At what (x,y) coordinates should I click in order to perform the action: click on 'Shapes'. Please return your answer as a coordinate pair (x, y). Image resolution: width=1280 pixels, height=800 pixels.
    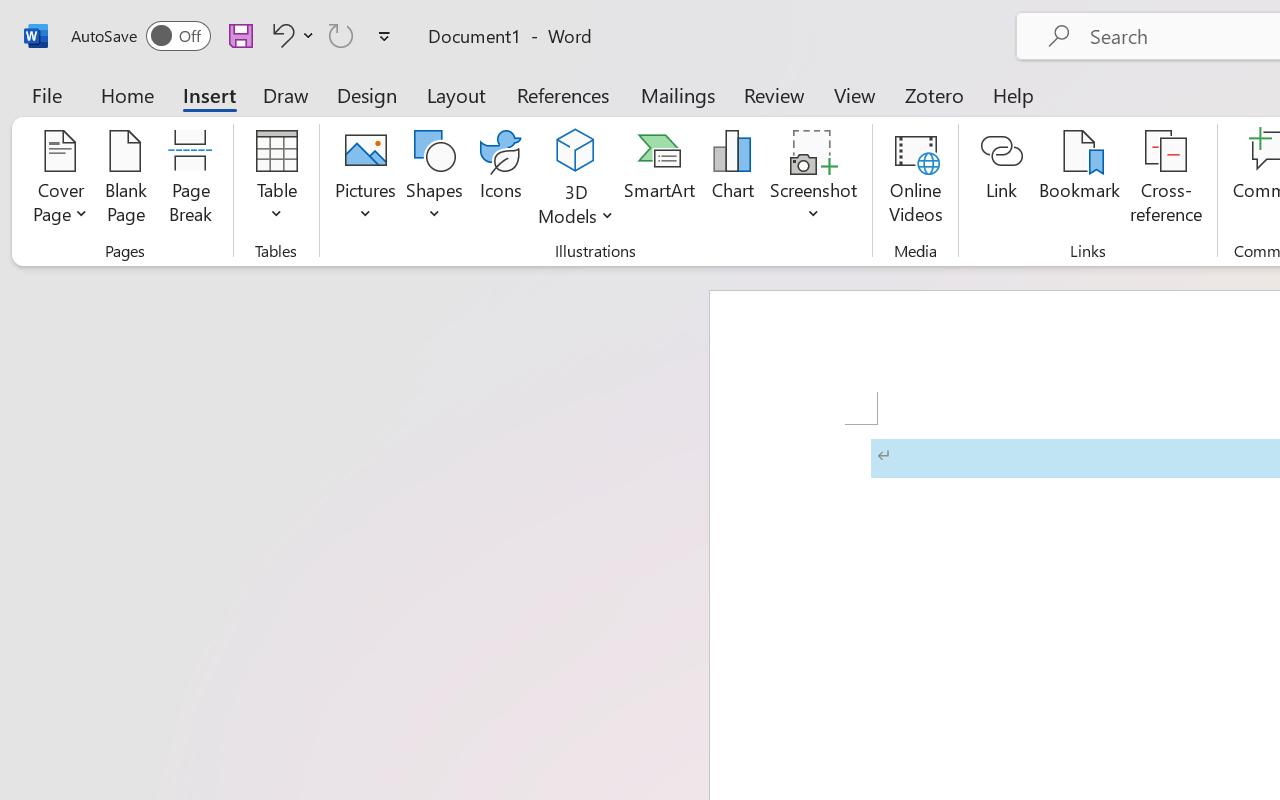
    Looking at the image, I should click on (434, 179).